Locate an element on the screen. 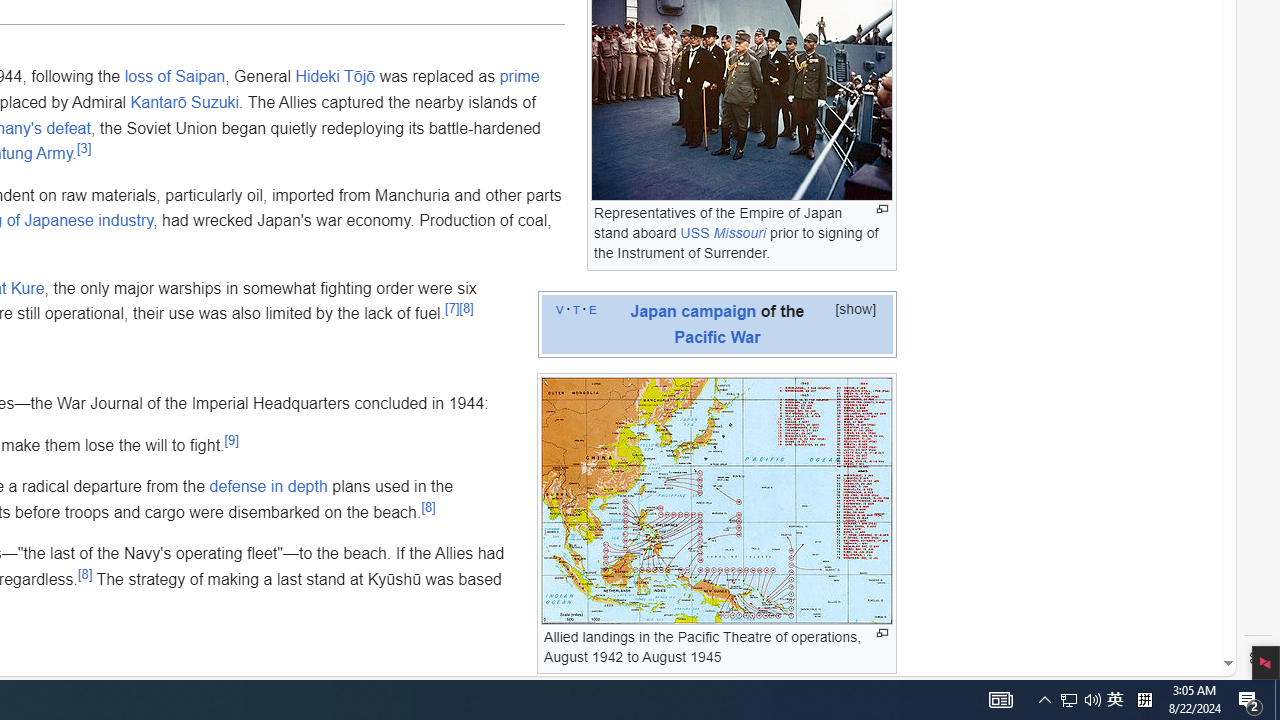  'Class: mw-file-description' is located at coordinates (716, 499).